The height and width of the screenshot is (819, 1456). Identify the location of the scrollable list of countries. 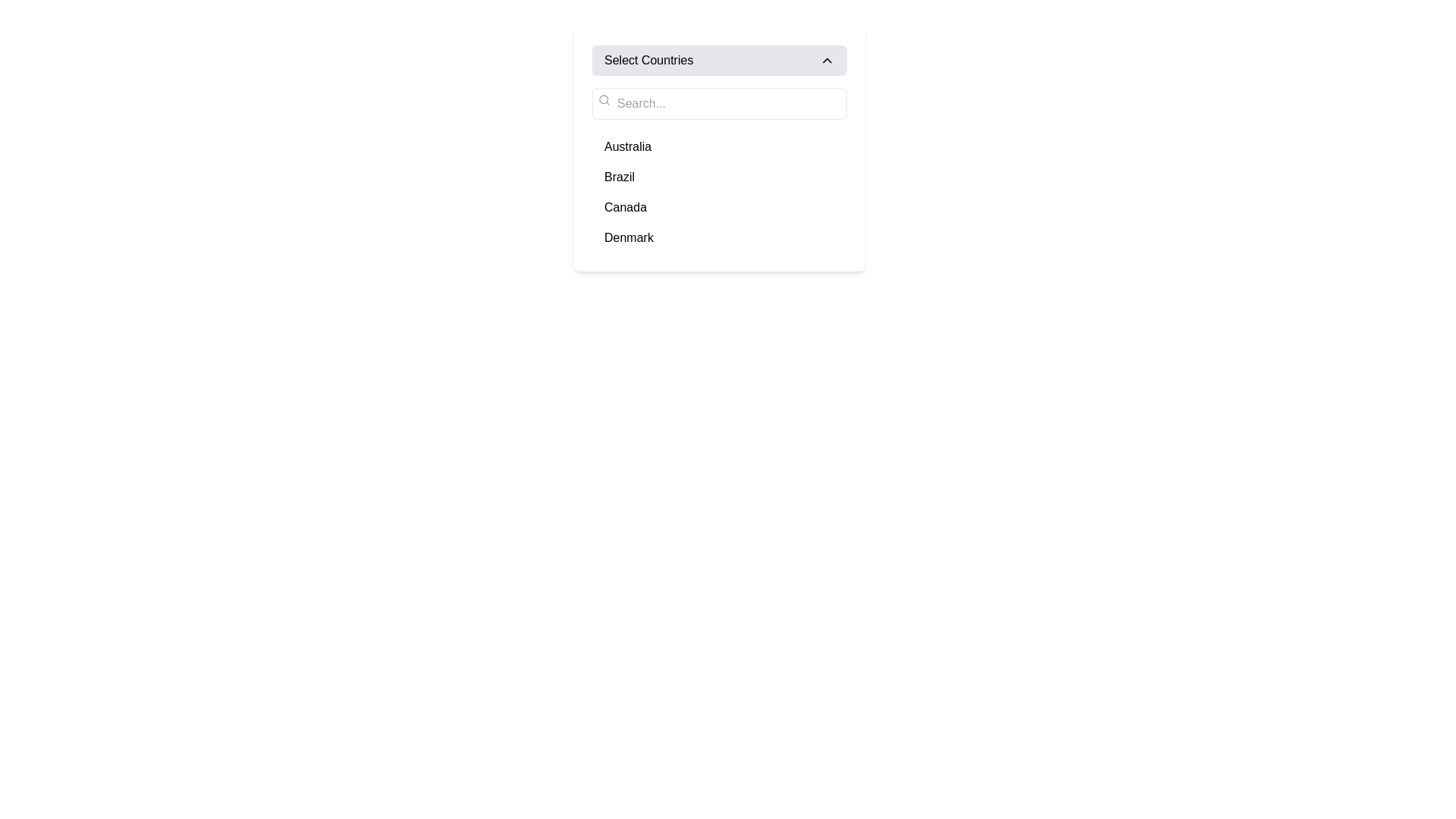
(719, 192).